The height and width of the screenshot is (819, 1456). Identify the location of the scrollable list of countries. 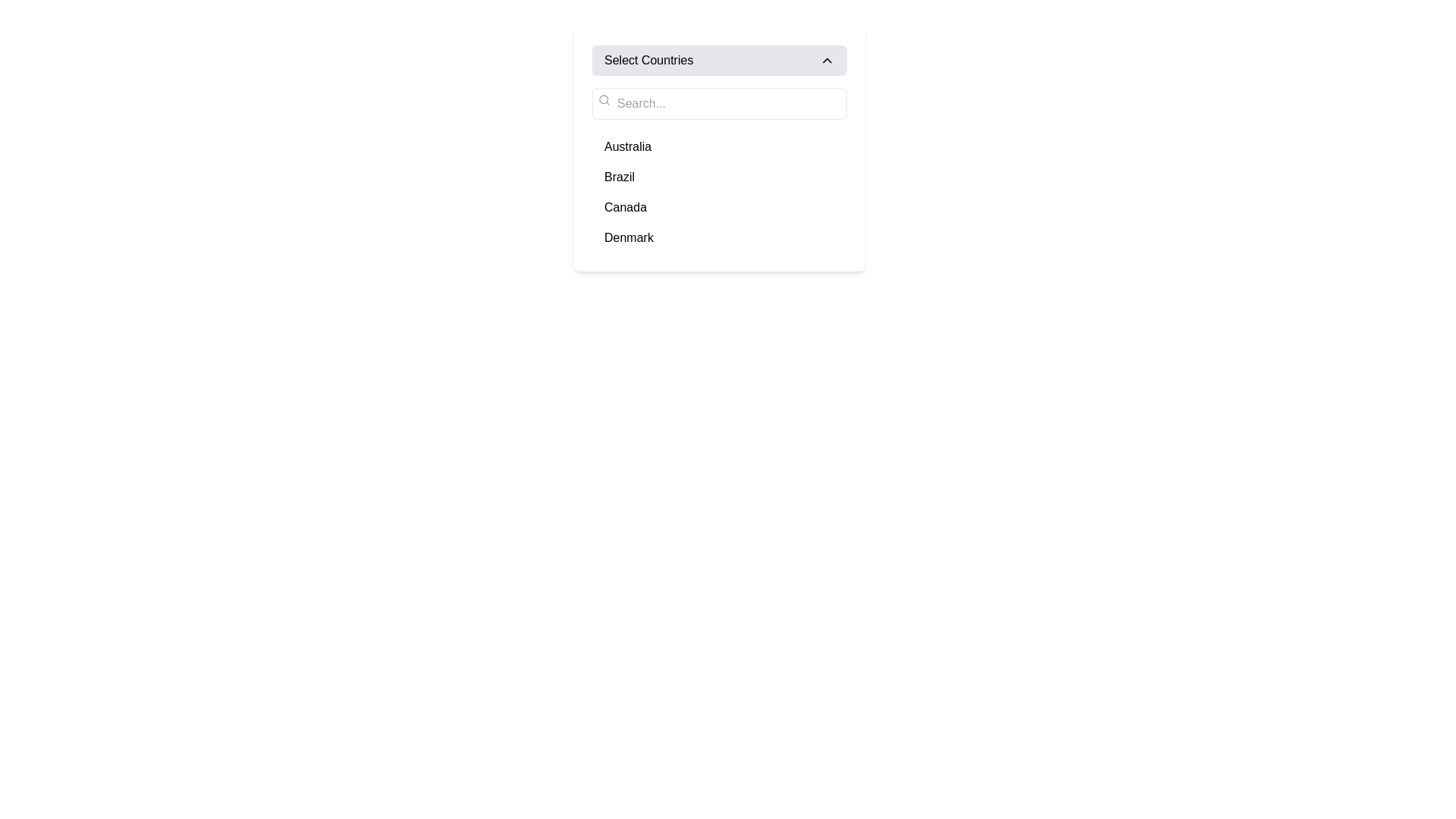
(719, 192).